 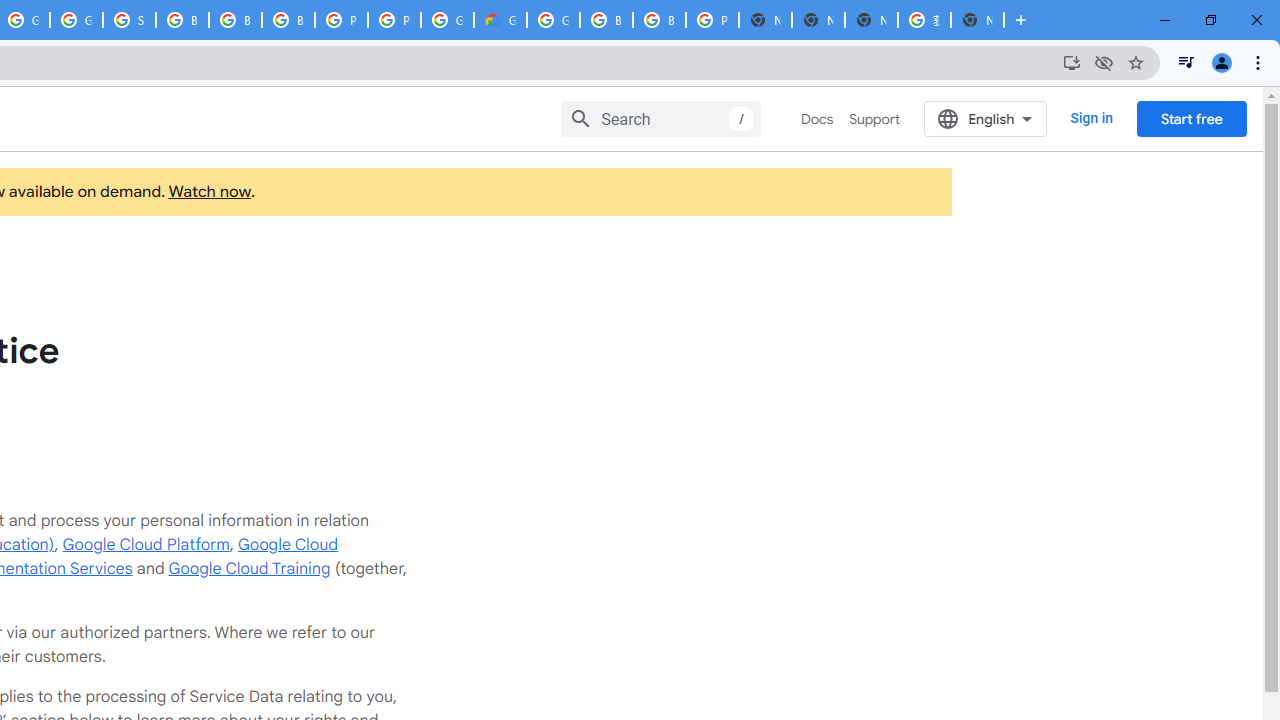 I want to click on 'Start free', so click(x=1191, y=118).